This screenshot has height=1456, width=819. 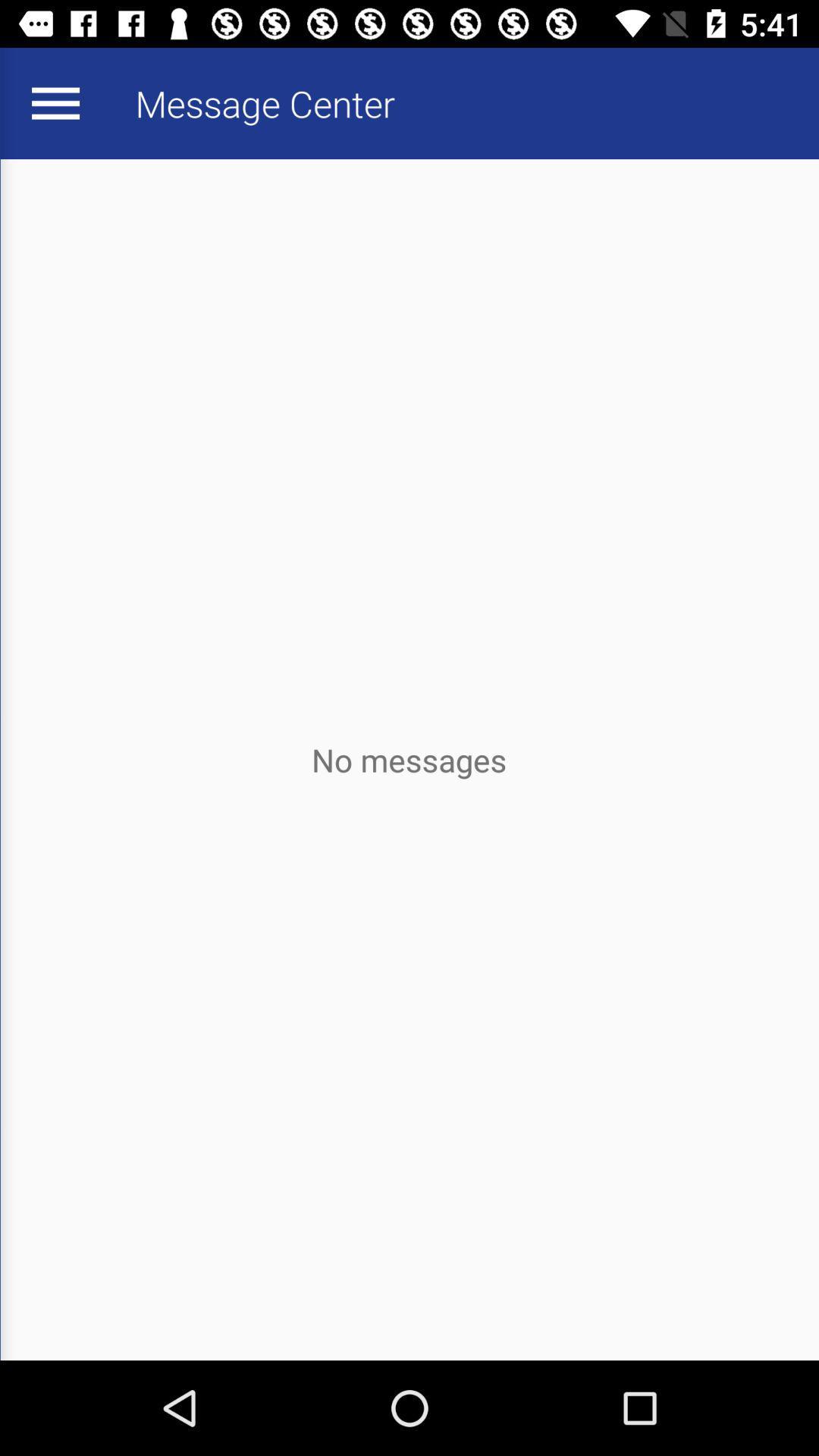 What do you see at coordinates (55, 102) in the screenshot?
I see `app to the left of the message center` at bounding box center [55, 102].